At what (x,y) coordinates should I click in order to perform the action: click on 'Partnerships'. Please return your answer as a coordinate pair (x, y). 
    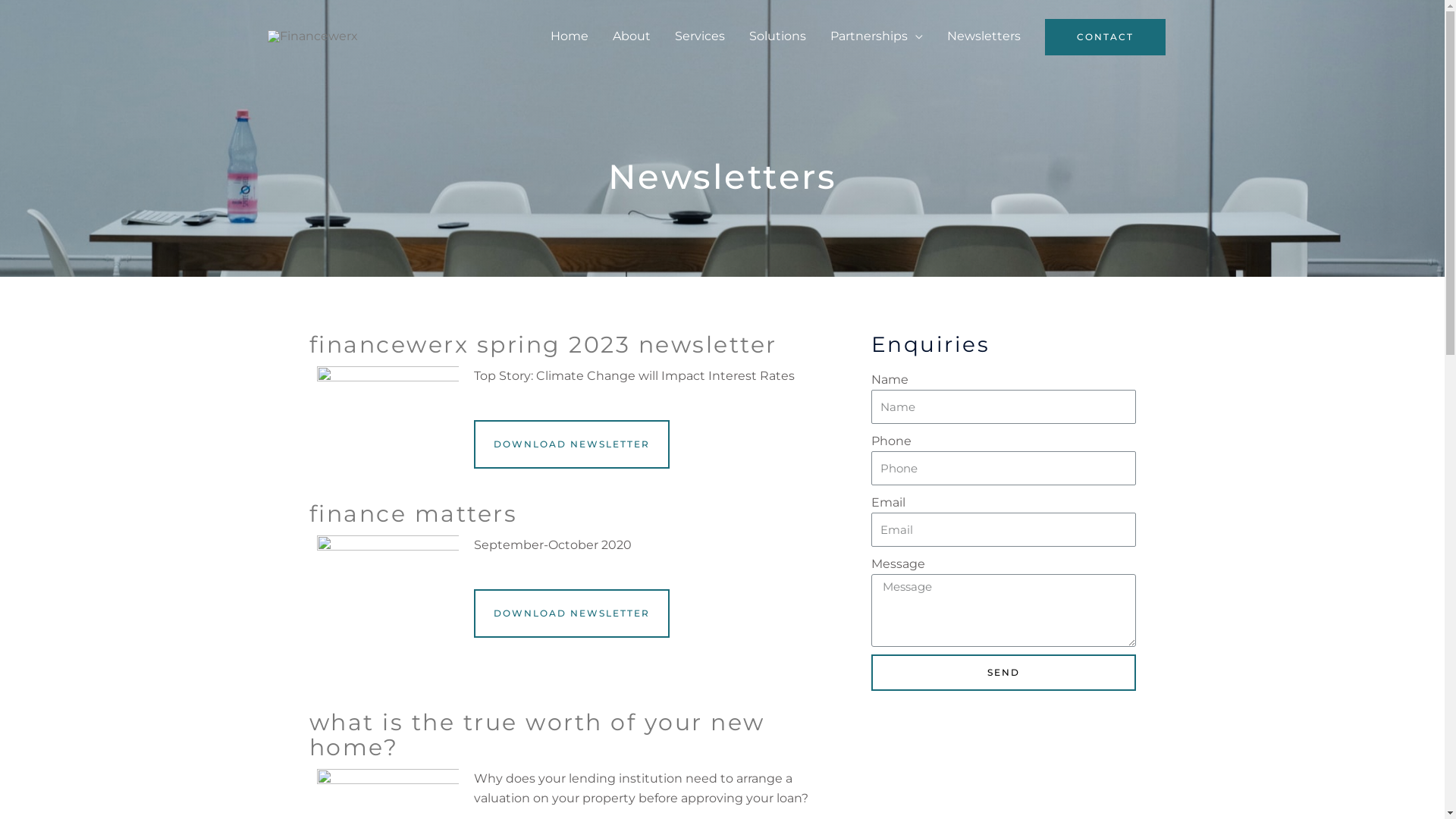
    Looking at the image, I should click on (817, 35).